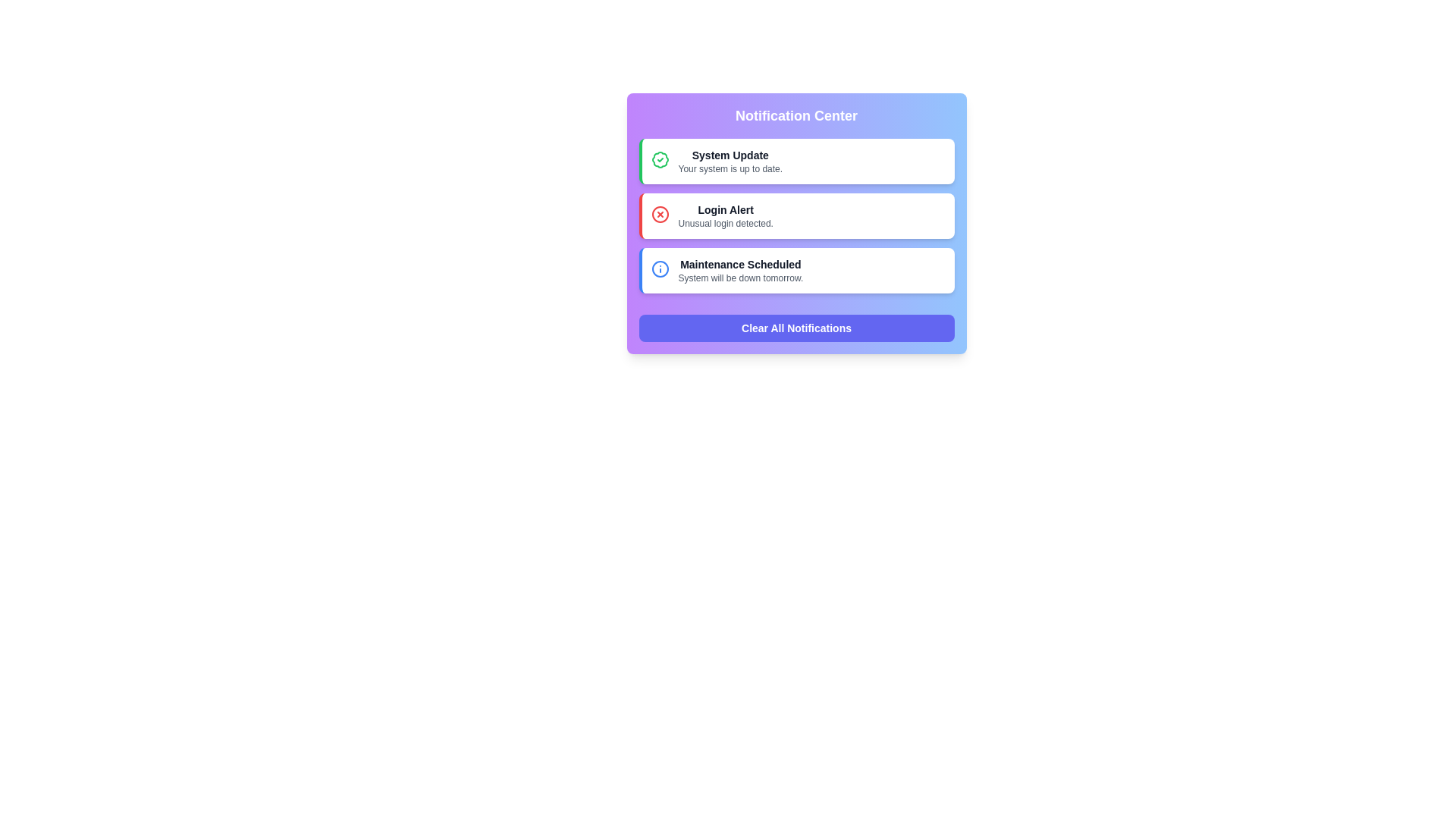 The image size is (1456, 819). I want to click on the text providing additional information related to the notification about 'Maintenance Scheduled', which is the second line below the bold text in the notification box, so click(740, 278).